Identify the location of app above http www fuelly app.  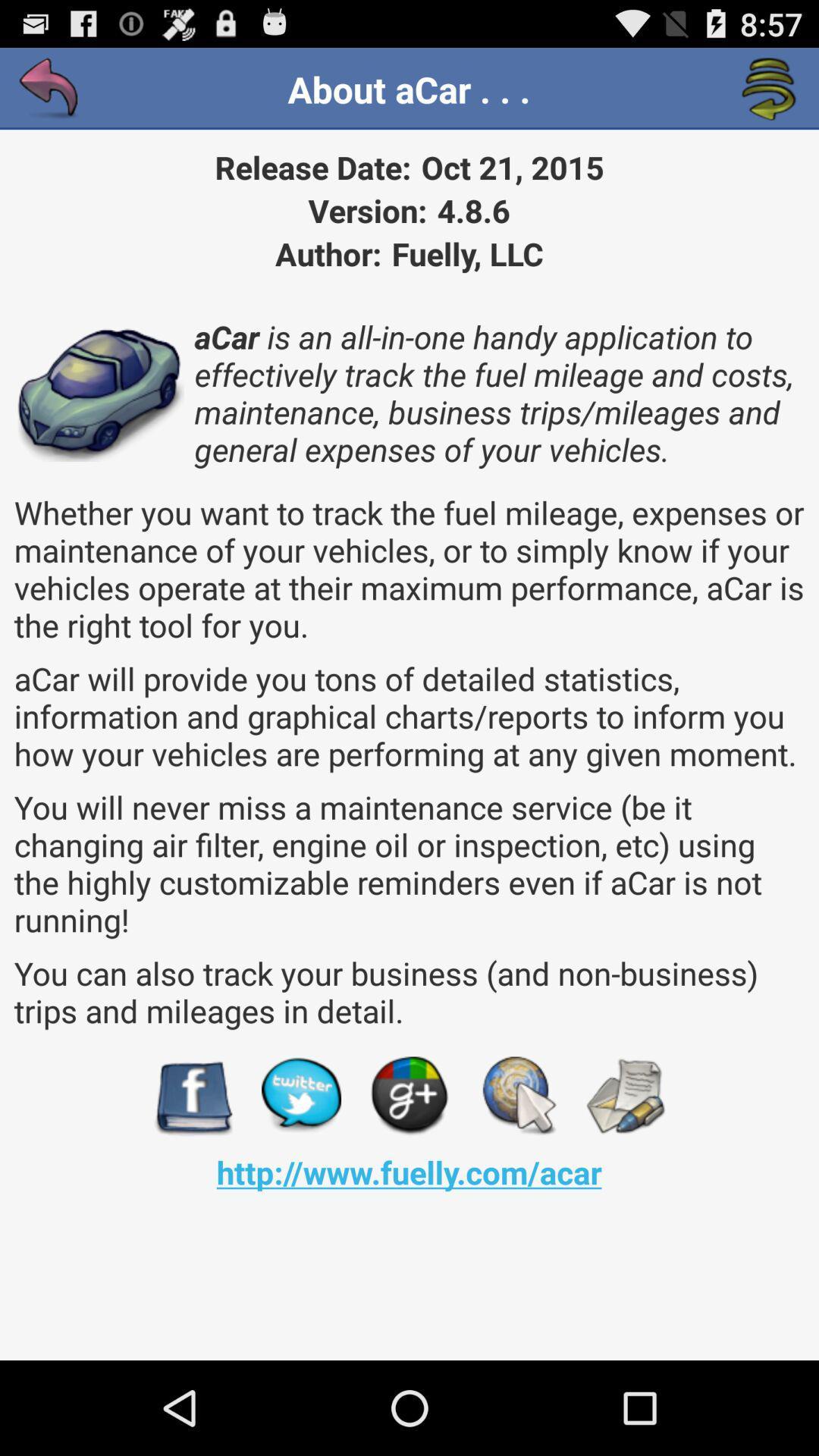
(516, 1096).